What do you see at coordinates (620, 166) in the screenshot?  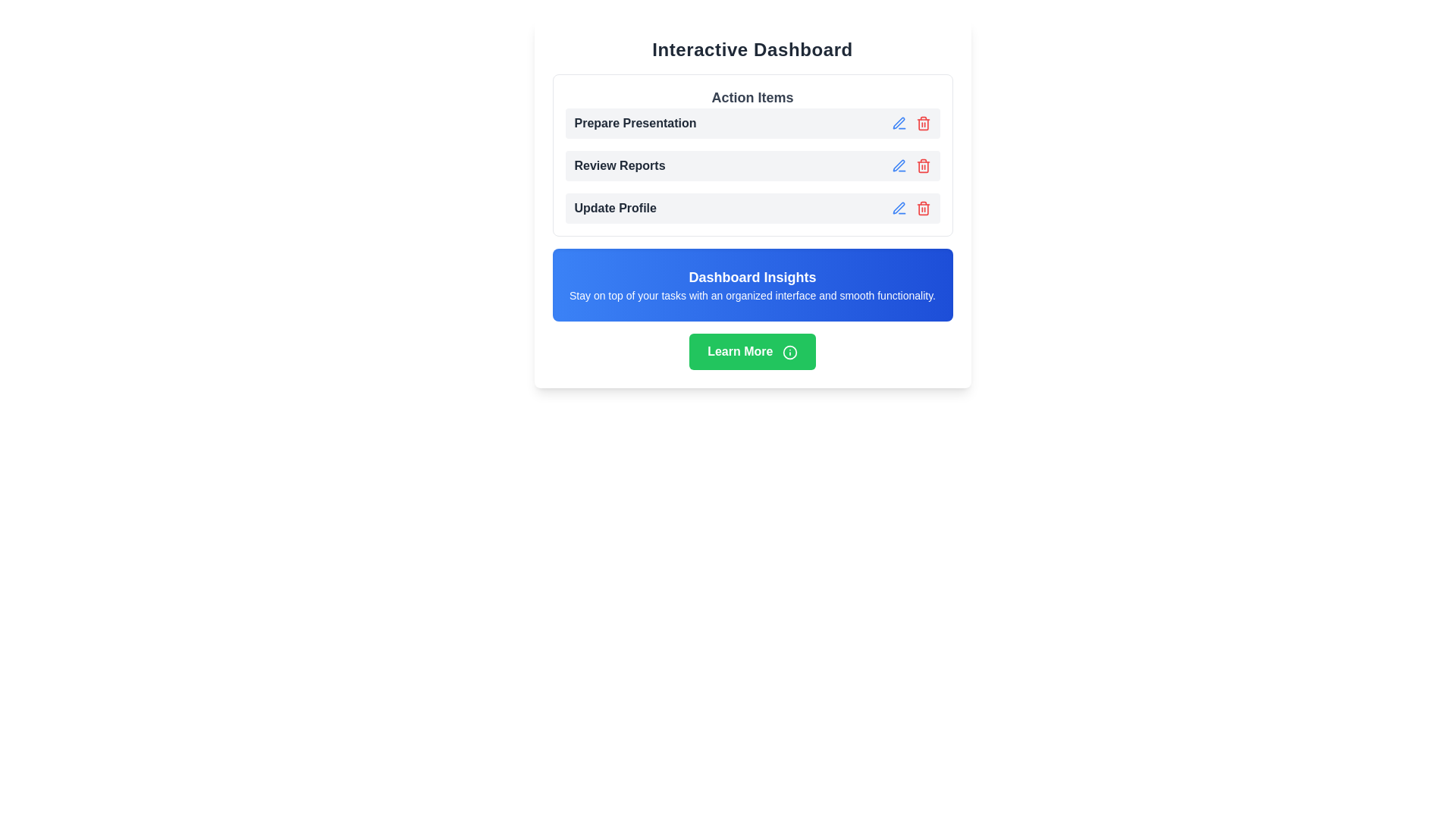 I see `the 'Review Reports' text label, which is bold, dark-gray, and styled in a sans-serif font, located in the 'Action Items' section between 'Prepare Presentation' and 'Update Profile'` at bounding box center [620, 166].